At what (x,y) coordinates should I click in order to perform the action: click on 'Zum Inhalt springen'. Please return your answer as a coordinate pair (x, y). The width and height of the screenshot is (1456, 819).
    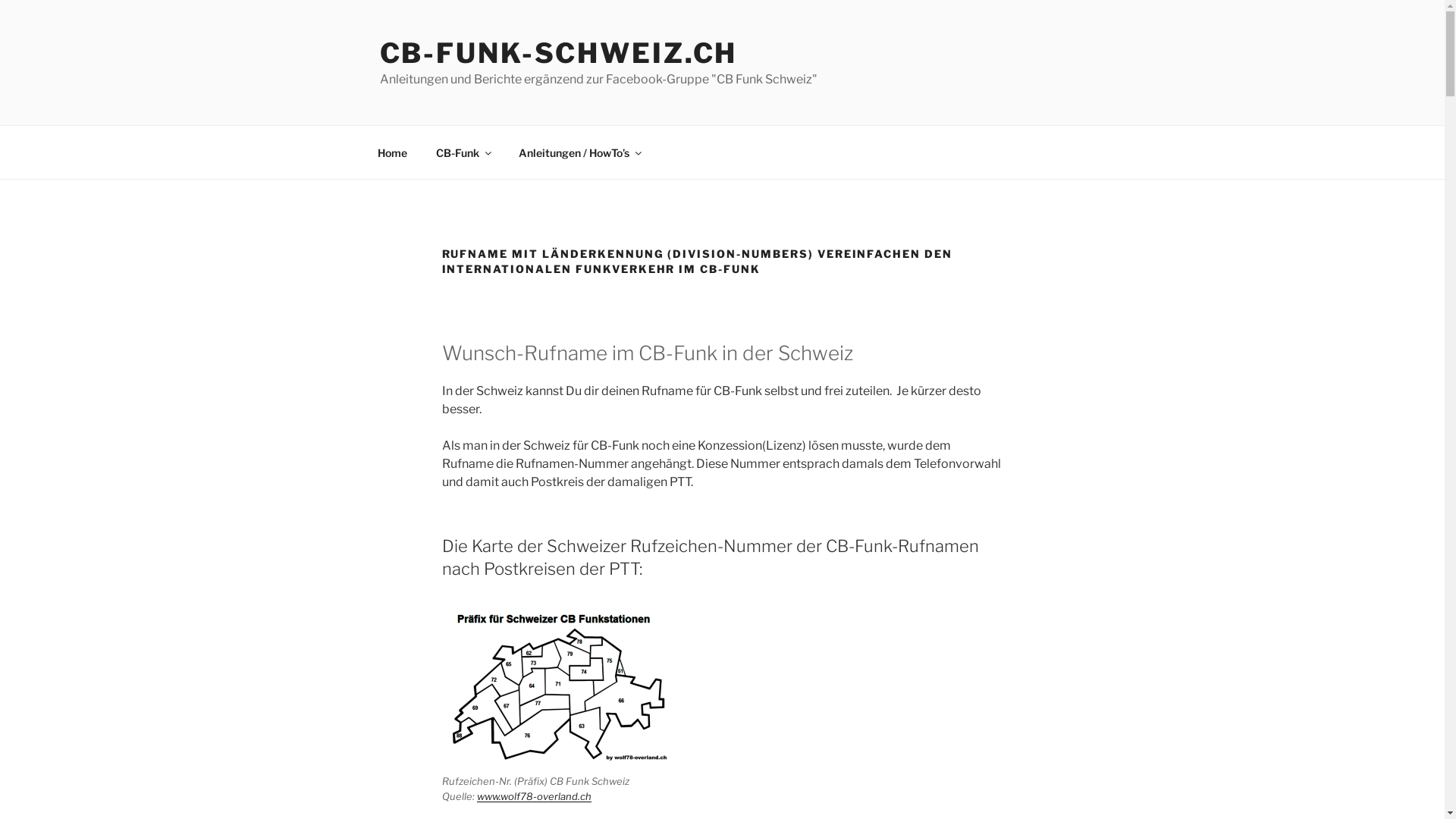
    Looking at the image, I should click on (0, 0).